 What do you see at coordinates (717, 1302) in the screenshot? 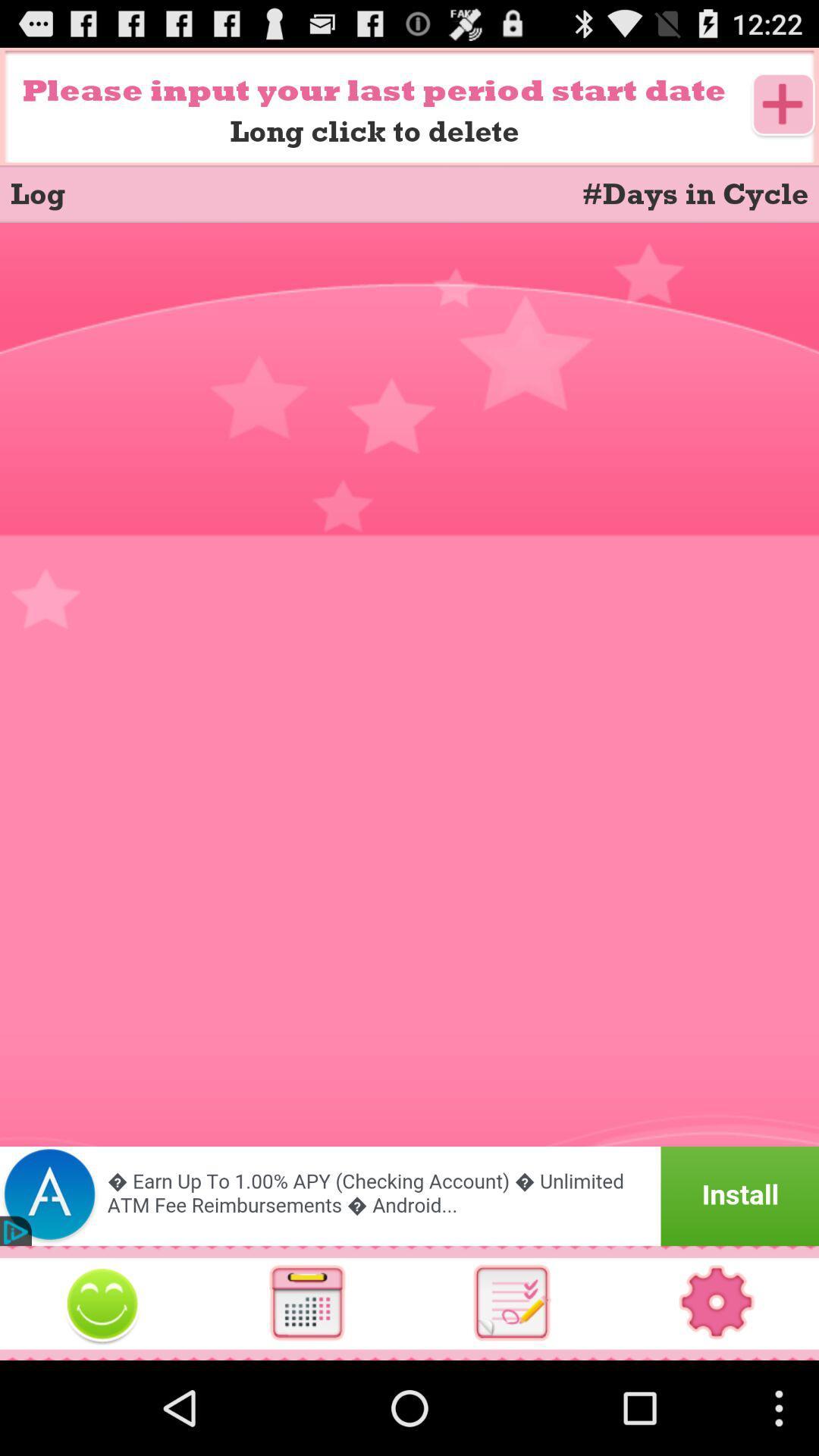
I see `settings` at bounding box center [717, 1302].